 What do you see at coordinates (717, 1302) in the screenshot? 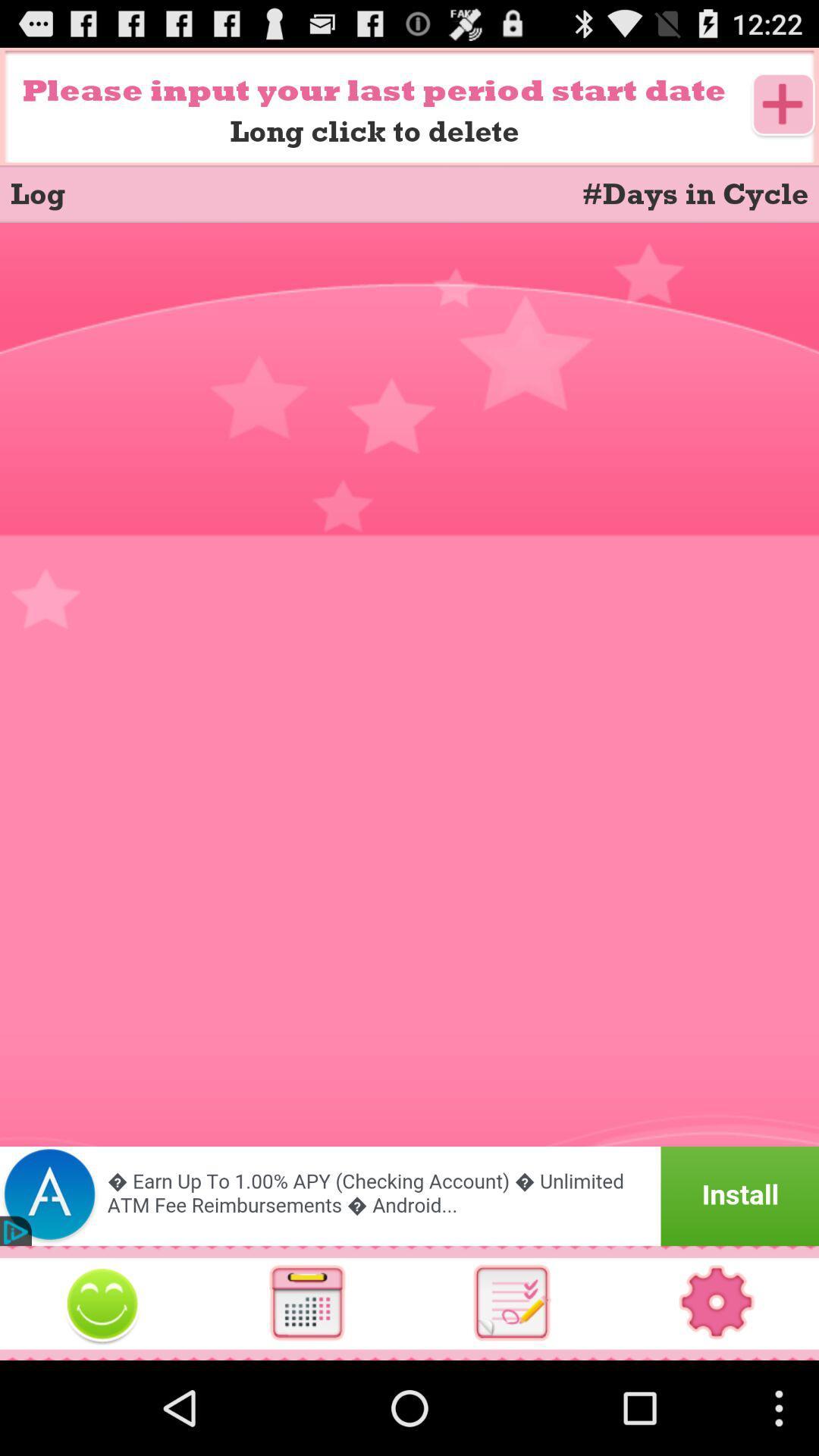
I see `settings` at bounding box center [717, 1302].